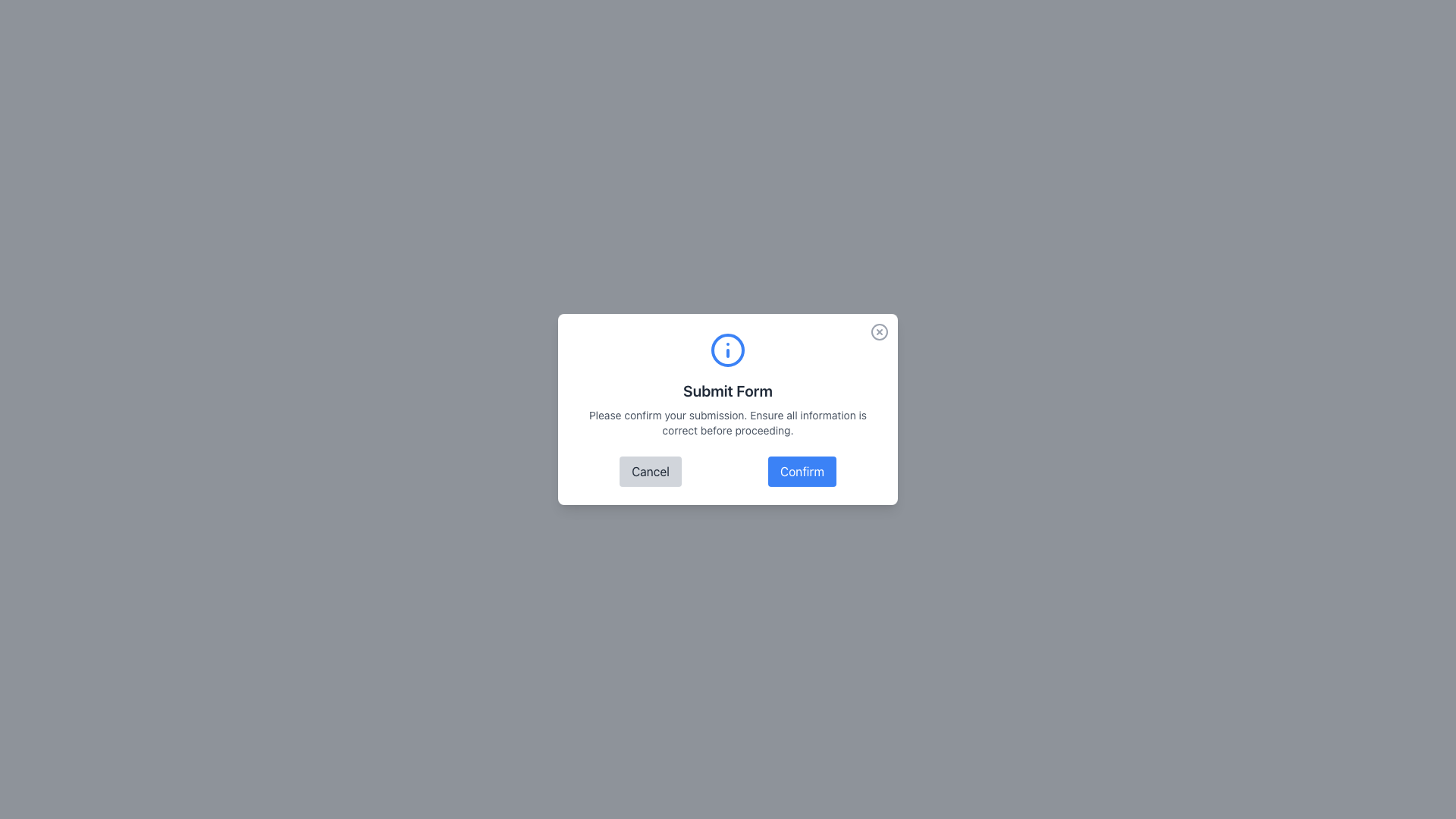 This screenshot has height=819, width=1456. Describe the element at coordinates (728, 423) in the screenshot. I see `the informational text label that instructs users to review their data before submission, located below the title 'Submit Form' in the confirmation dialog` at that location.